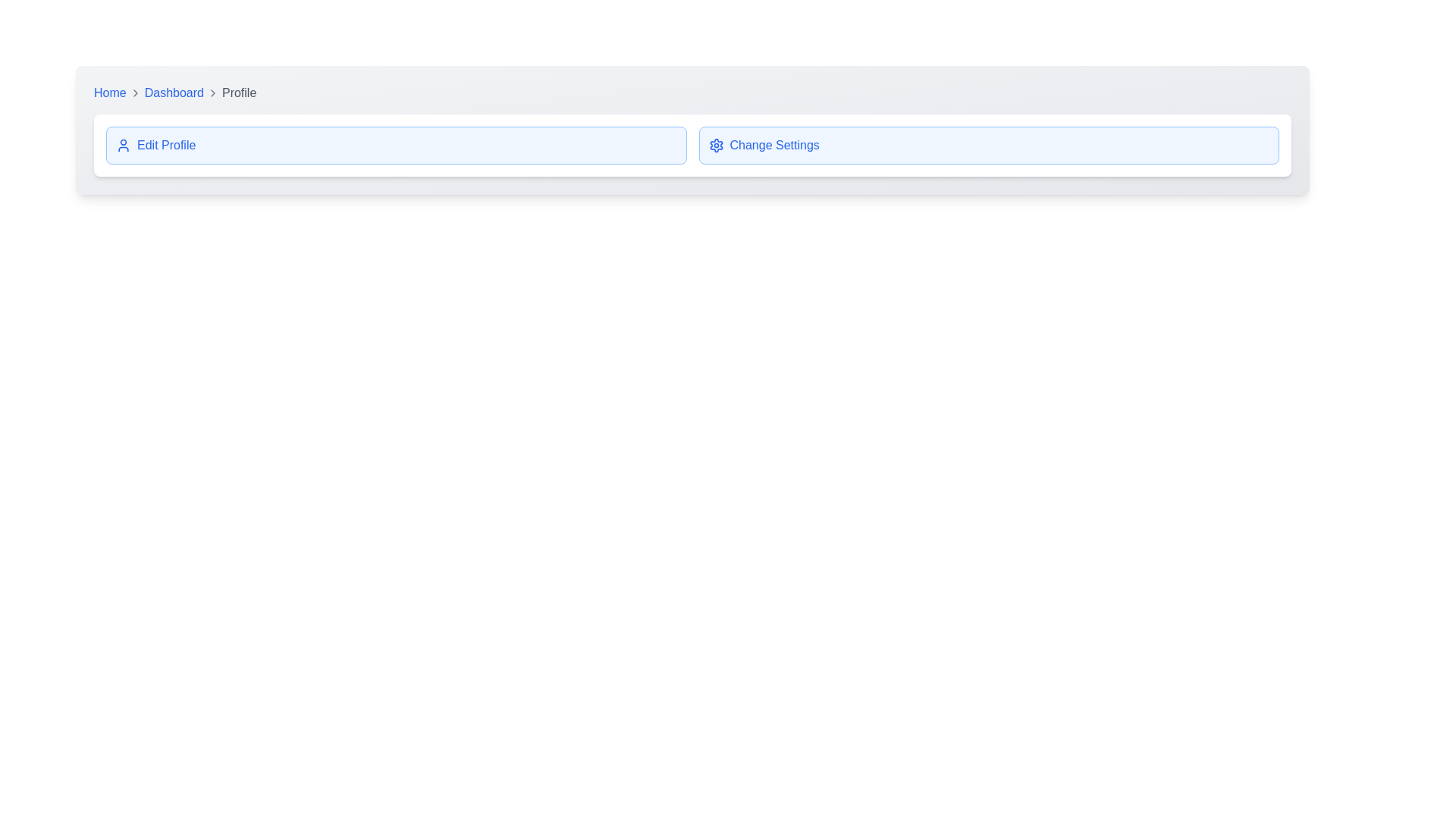  Describe the element at coordinates (181, 93) in the screenshot. I see `the breadcrumb hyperlink labeled 'Dashboard'` at that location.